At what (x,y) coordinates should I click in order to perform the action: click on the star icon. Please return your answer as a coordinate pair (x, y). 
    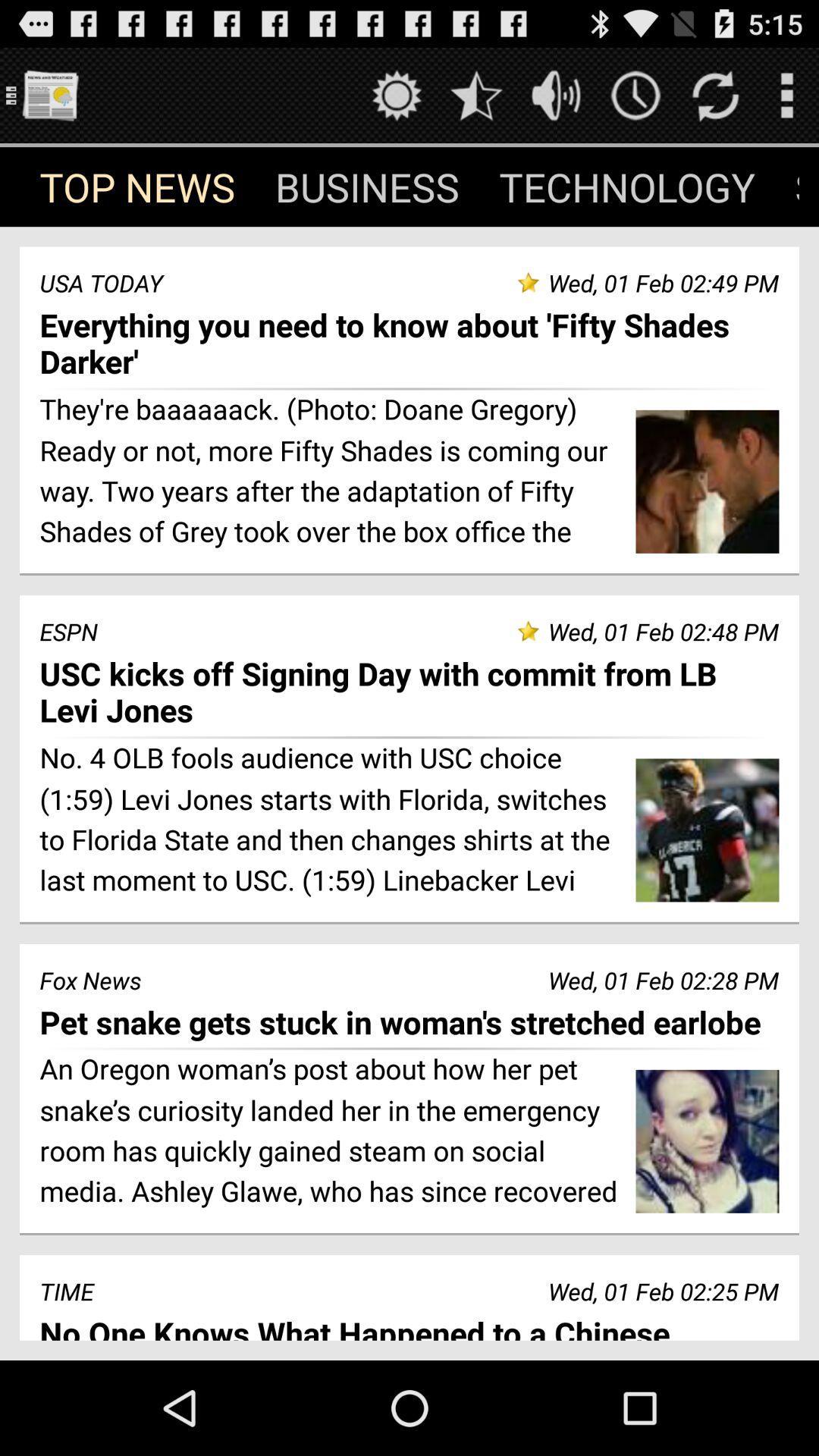
    Looking at the image, I should click on (475, 101).